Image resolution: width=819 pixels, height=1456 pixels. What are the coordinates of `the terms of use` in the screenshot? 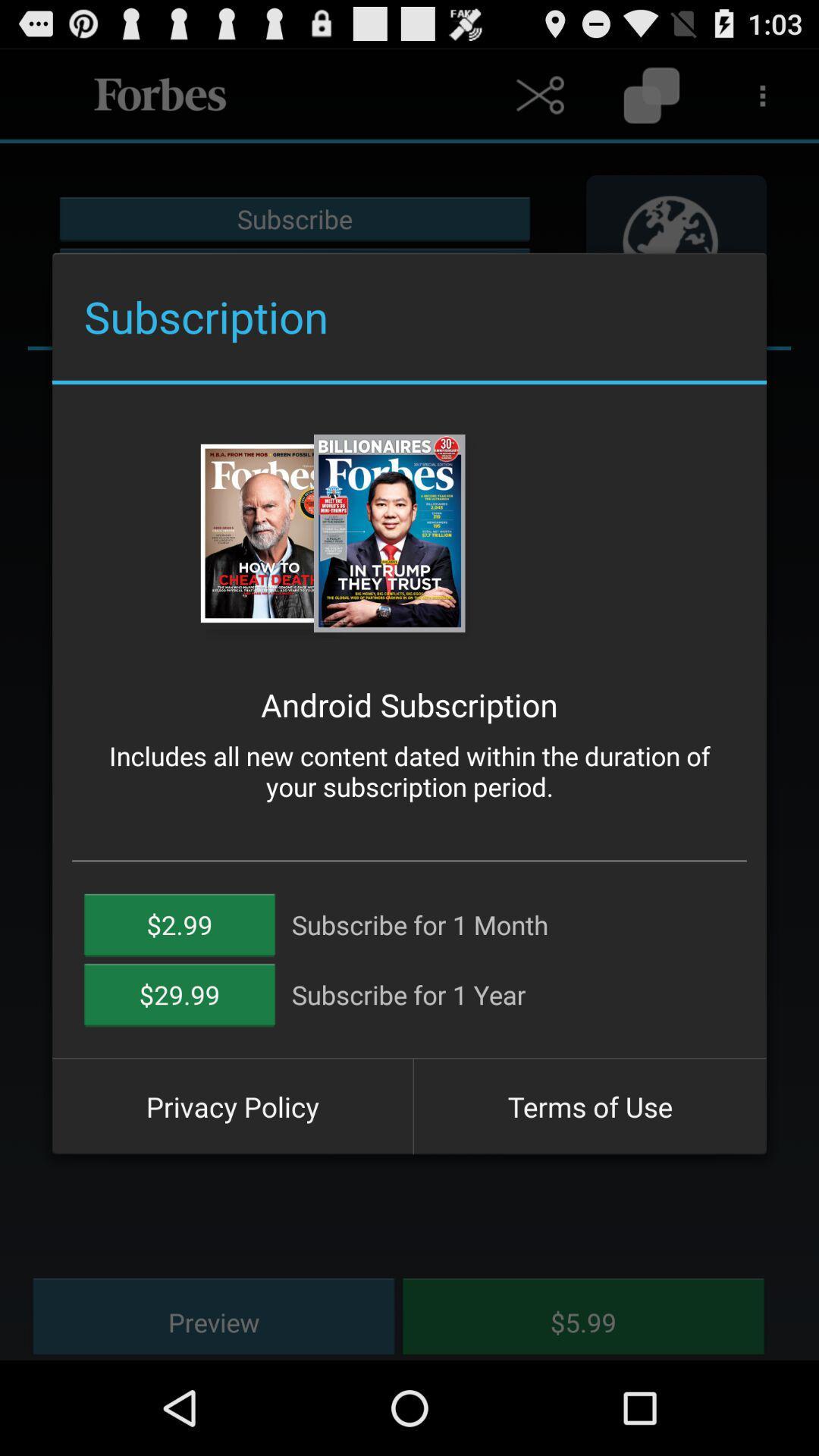 It's located at (589, 1106).